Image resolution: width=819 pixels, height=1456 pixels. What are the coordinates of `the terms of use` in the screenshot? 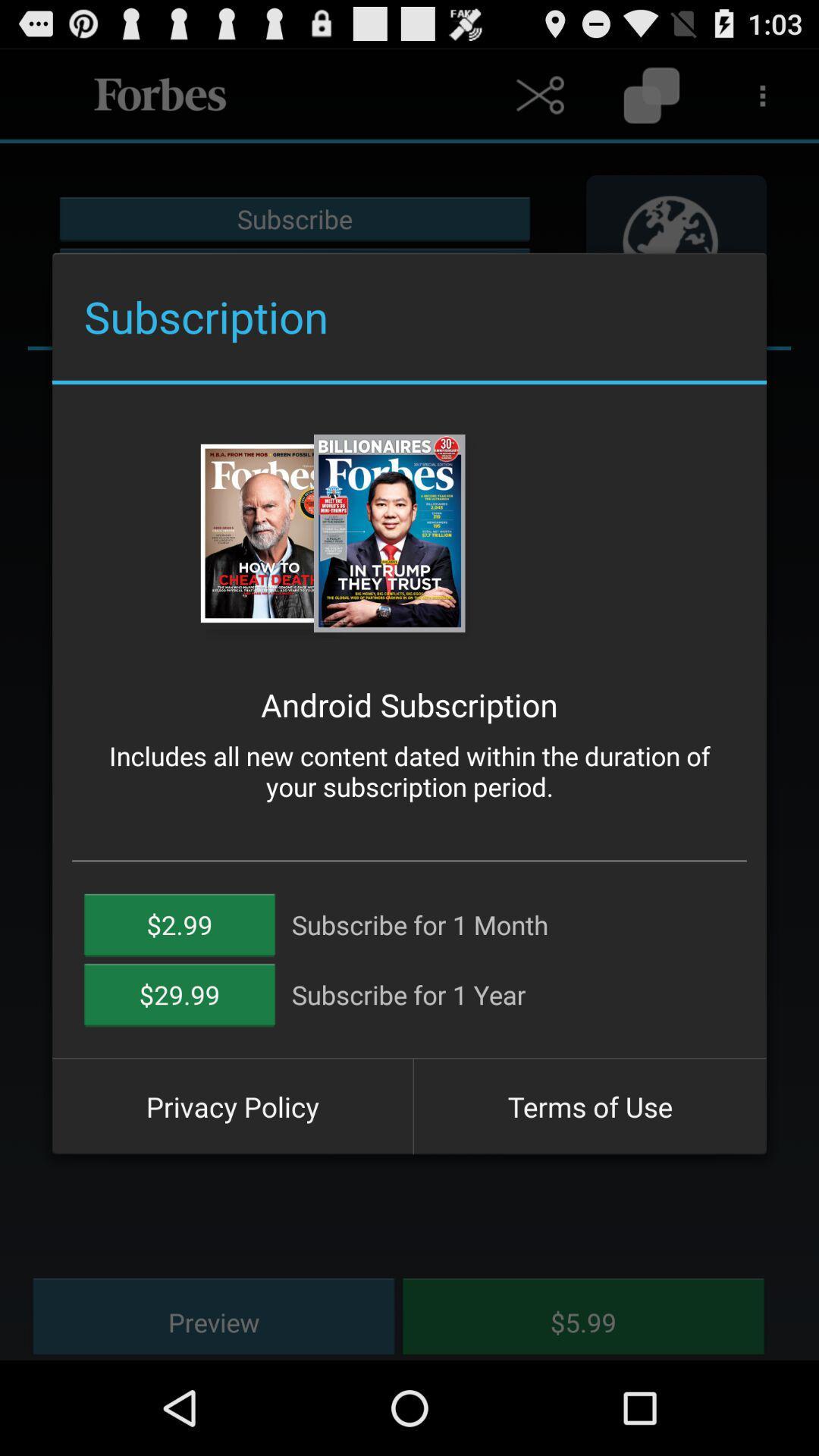 It's located at (589, 1106).